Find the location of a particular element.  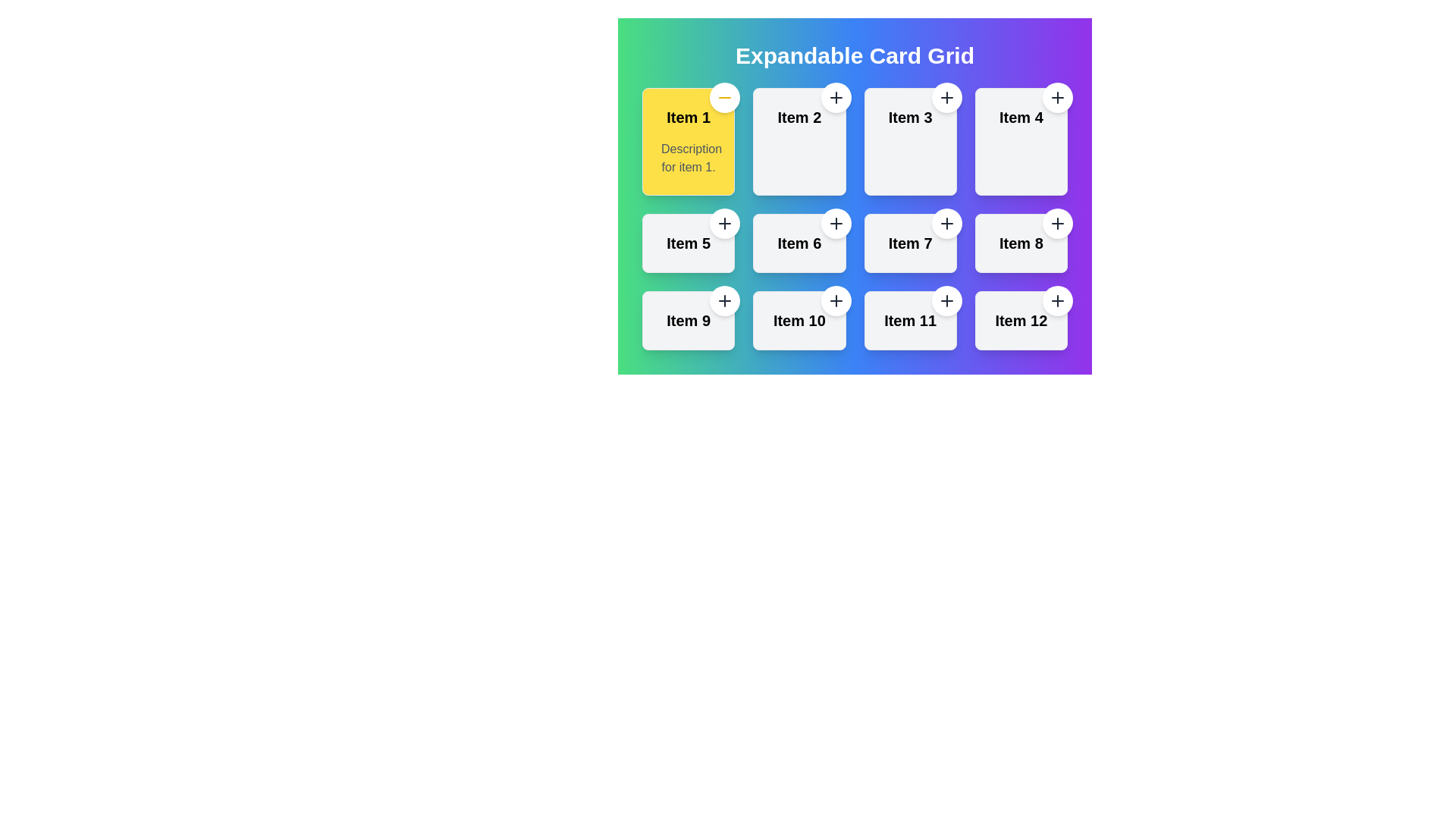

the text label displaying 'Item 2' that is located within a gray rectangular card in the top row of a grid layout is located at coordinates (799, 116).